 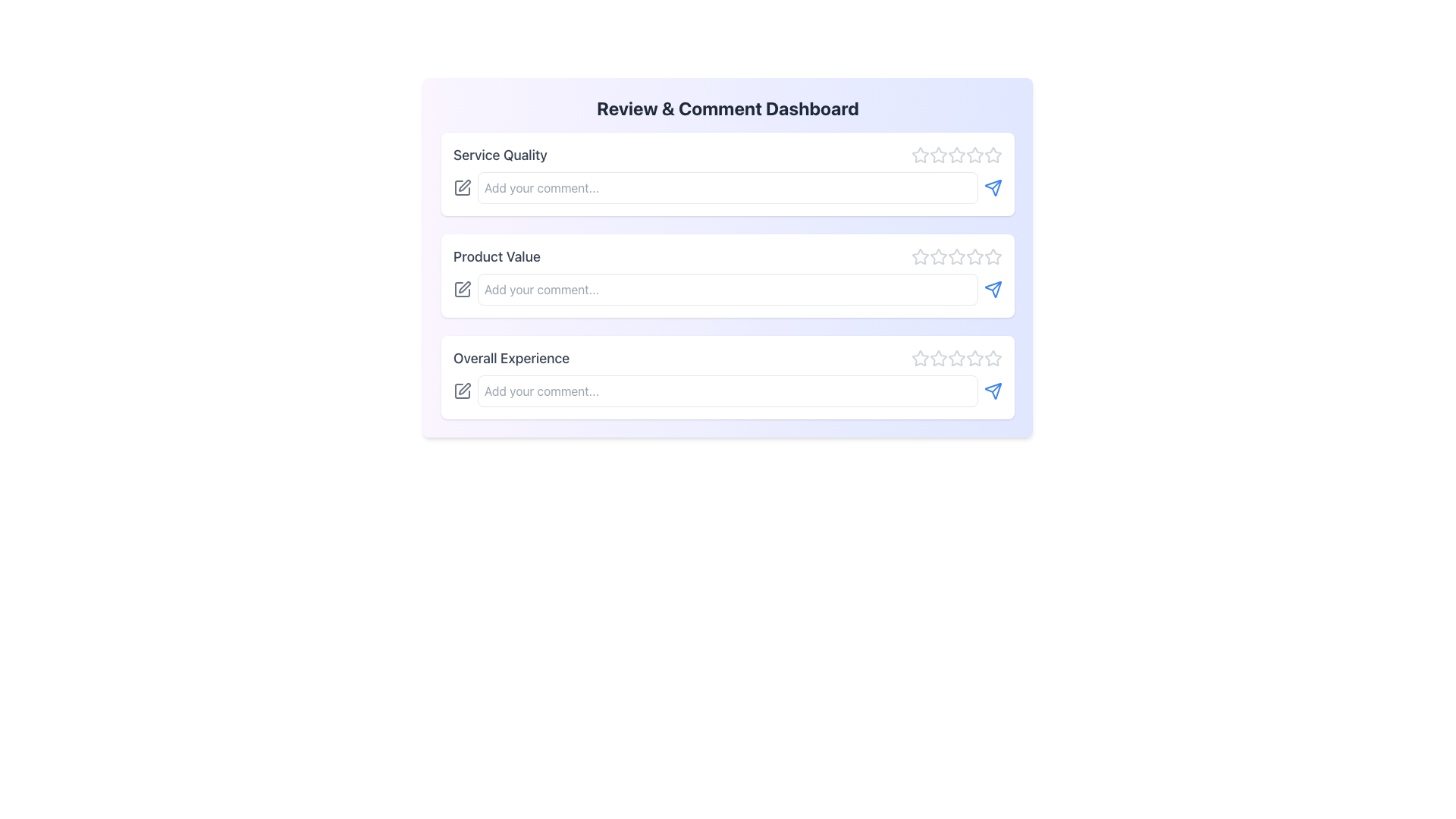 I want to click on the small gray pencil icon representing the edit action, located next to the 'Service Quality' label, so click(x=461, y=187).